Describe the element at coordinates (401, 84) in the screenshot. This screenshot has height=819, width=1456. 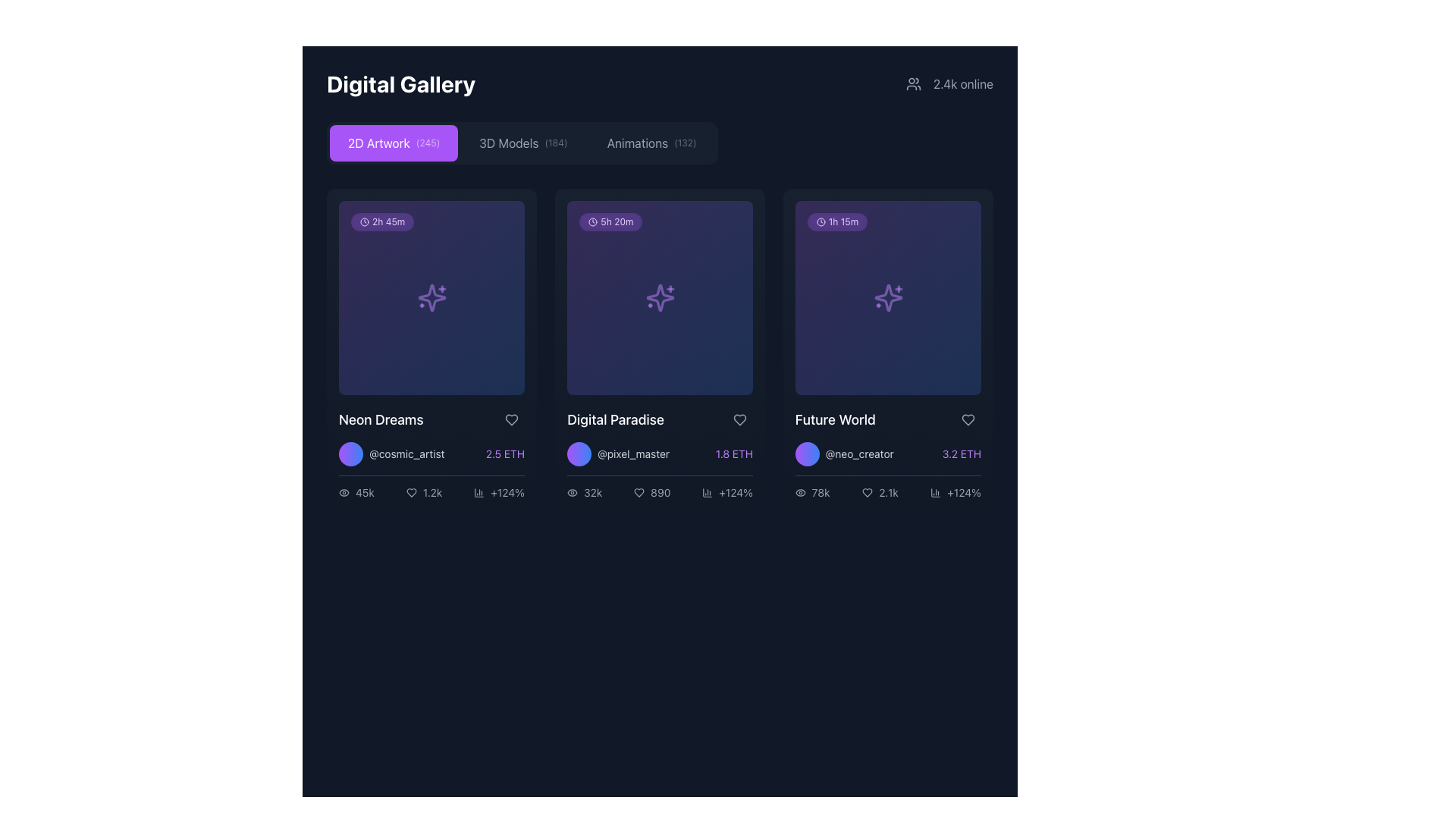
I see `bold header text labeled 'Digital Gallery' displayed at the top-left corner of the user interface` at that location.